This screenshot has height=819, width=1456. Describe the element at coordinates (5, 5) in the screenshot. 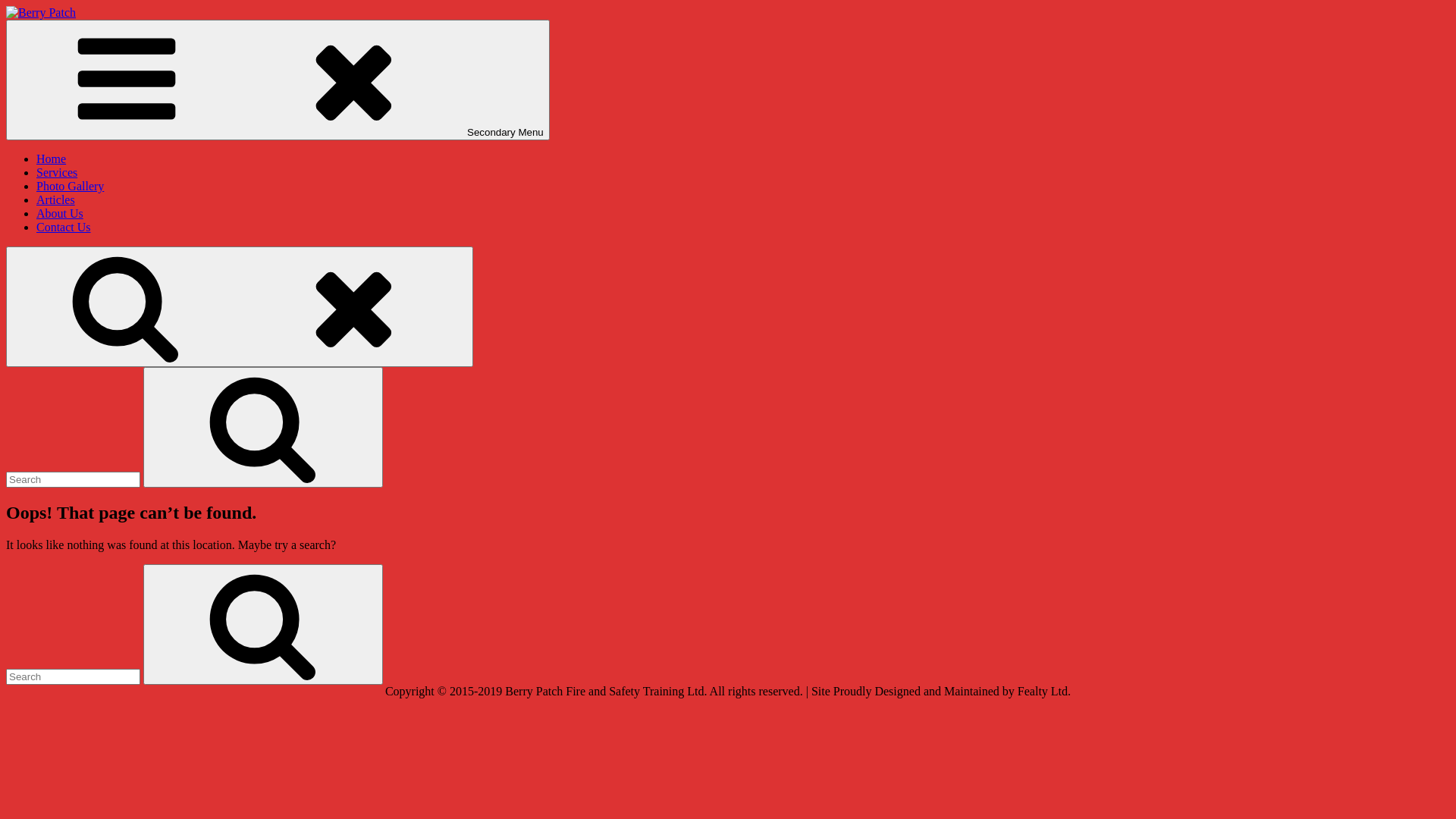

I see `'Skip to content'` at that location.